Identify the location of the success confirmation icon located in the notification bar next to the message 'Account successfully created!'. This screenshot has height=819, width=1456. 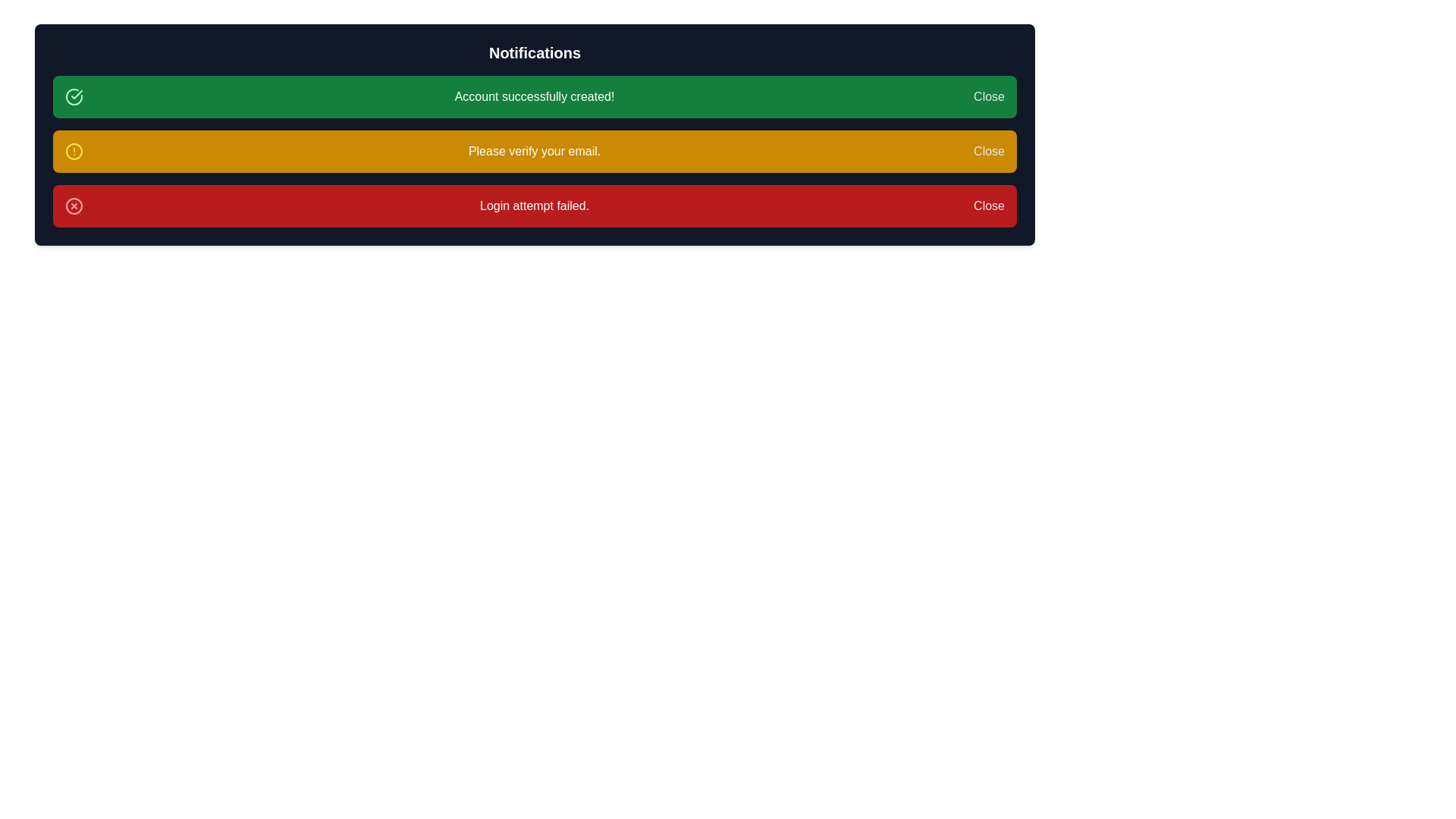
(73, 96).